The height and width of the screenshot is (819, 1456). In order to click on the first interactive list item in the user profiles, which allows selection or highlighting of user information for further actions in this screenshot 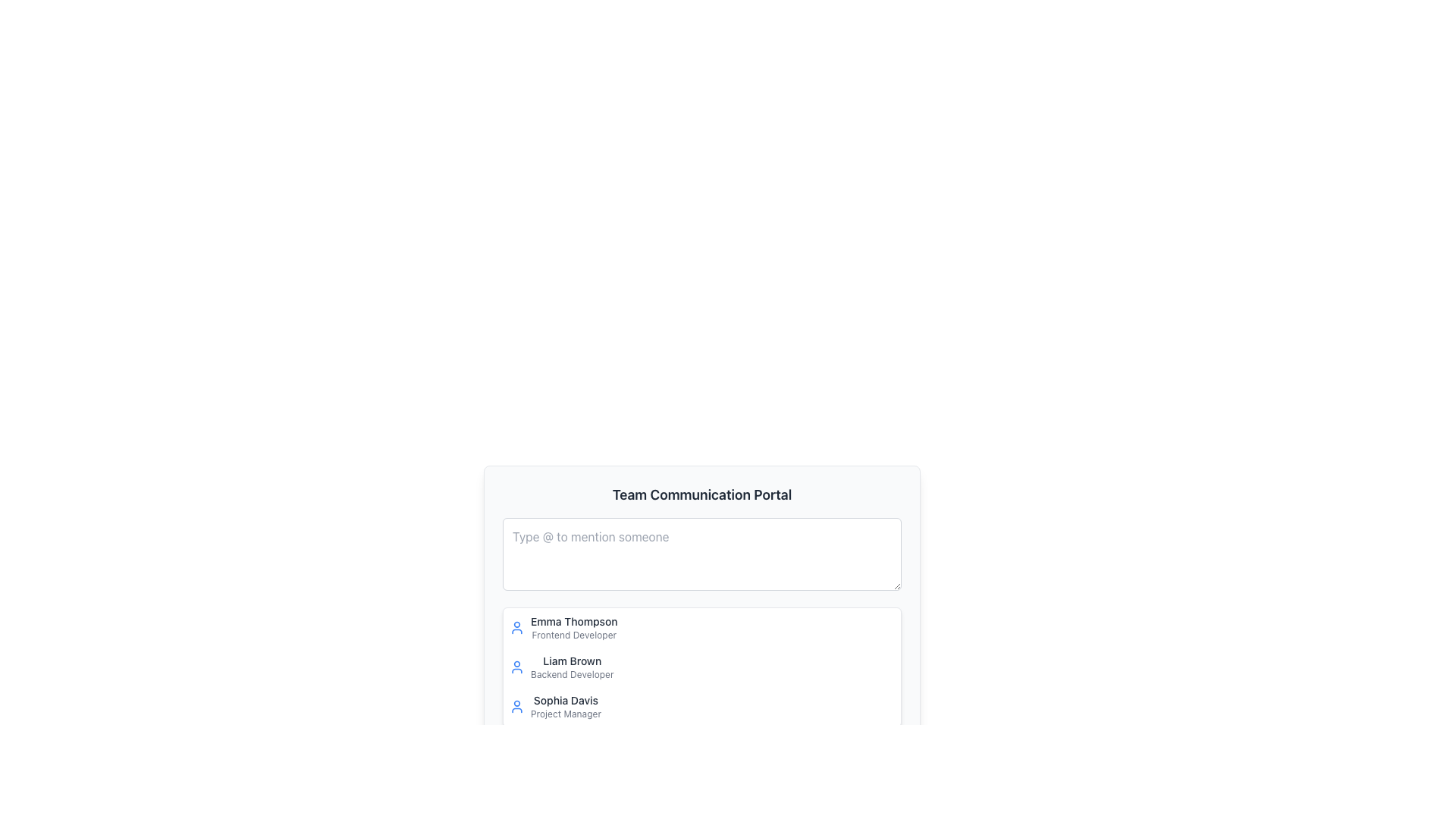, I will do `click(701, 628)`.